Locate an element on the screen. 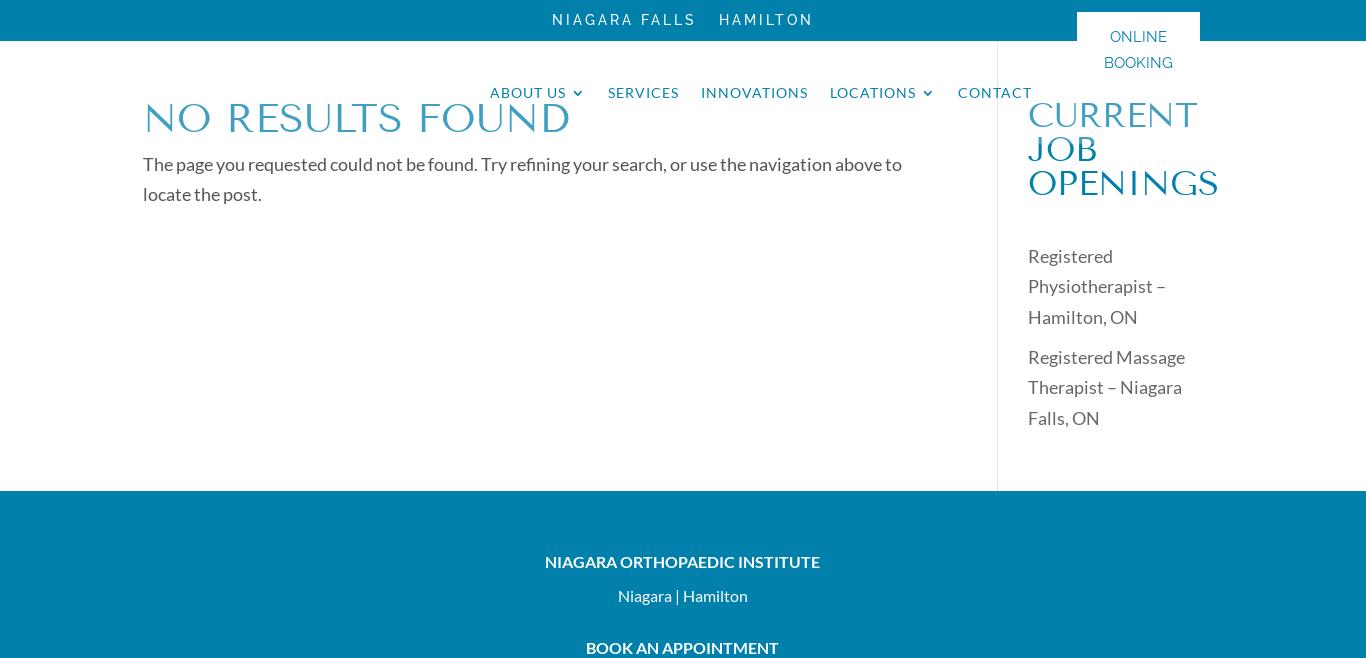  'Registered Massage Therapist – Niagara Falls, ON' is located at coordinates (1025, 386).